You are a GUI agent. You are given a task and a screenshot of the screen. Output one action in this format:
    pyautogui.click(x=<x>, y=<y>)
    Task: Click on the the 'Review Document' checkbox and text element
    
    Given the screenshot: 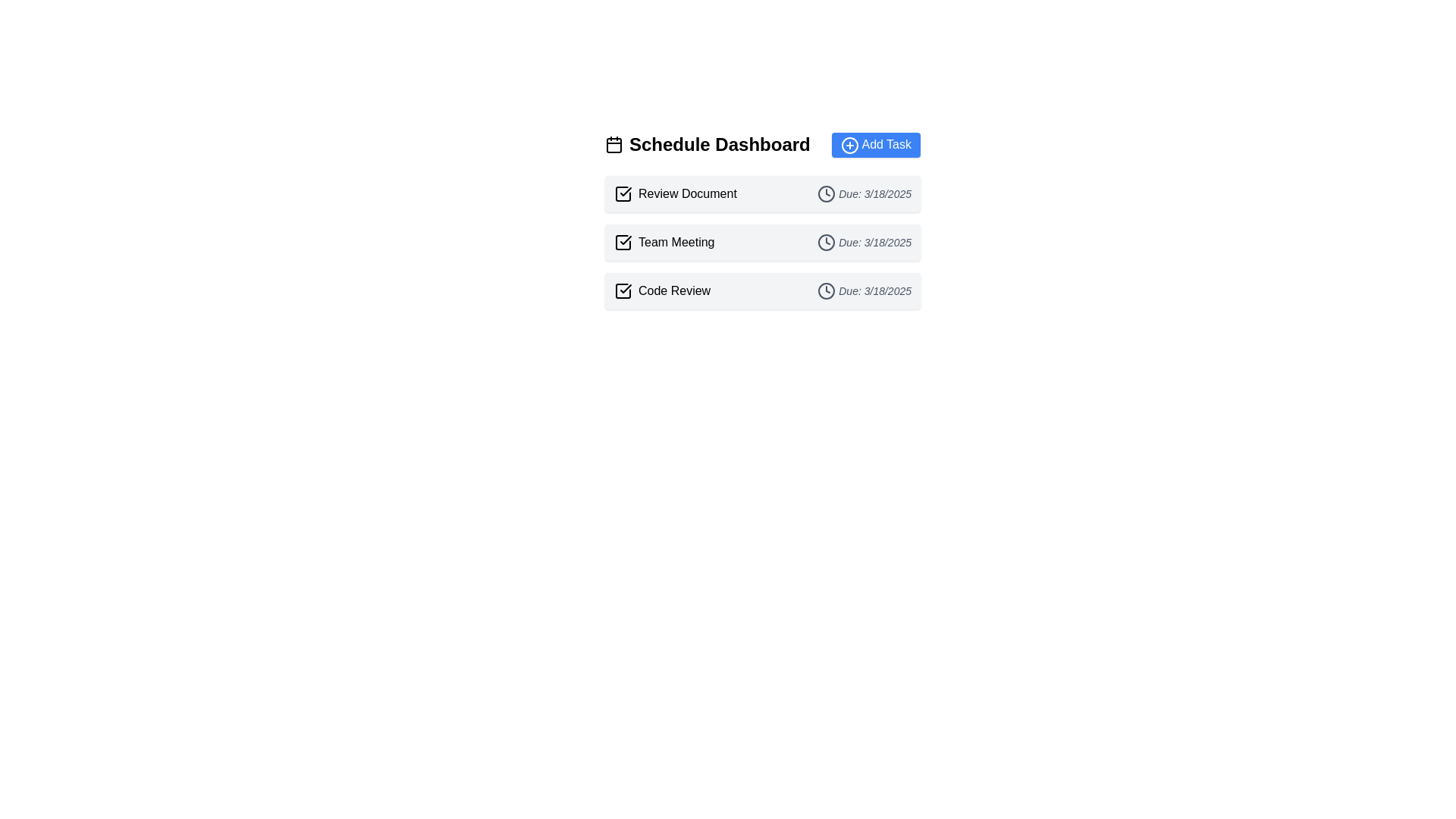 What is the action you would take?
    pyautogui.click(x=674, y=193)
    